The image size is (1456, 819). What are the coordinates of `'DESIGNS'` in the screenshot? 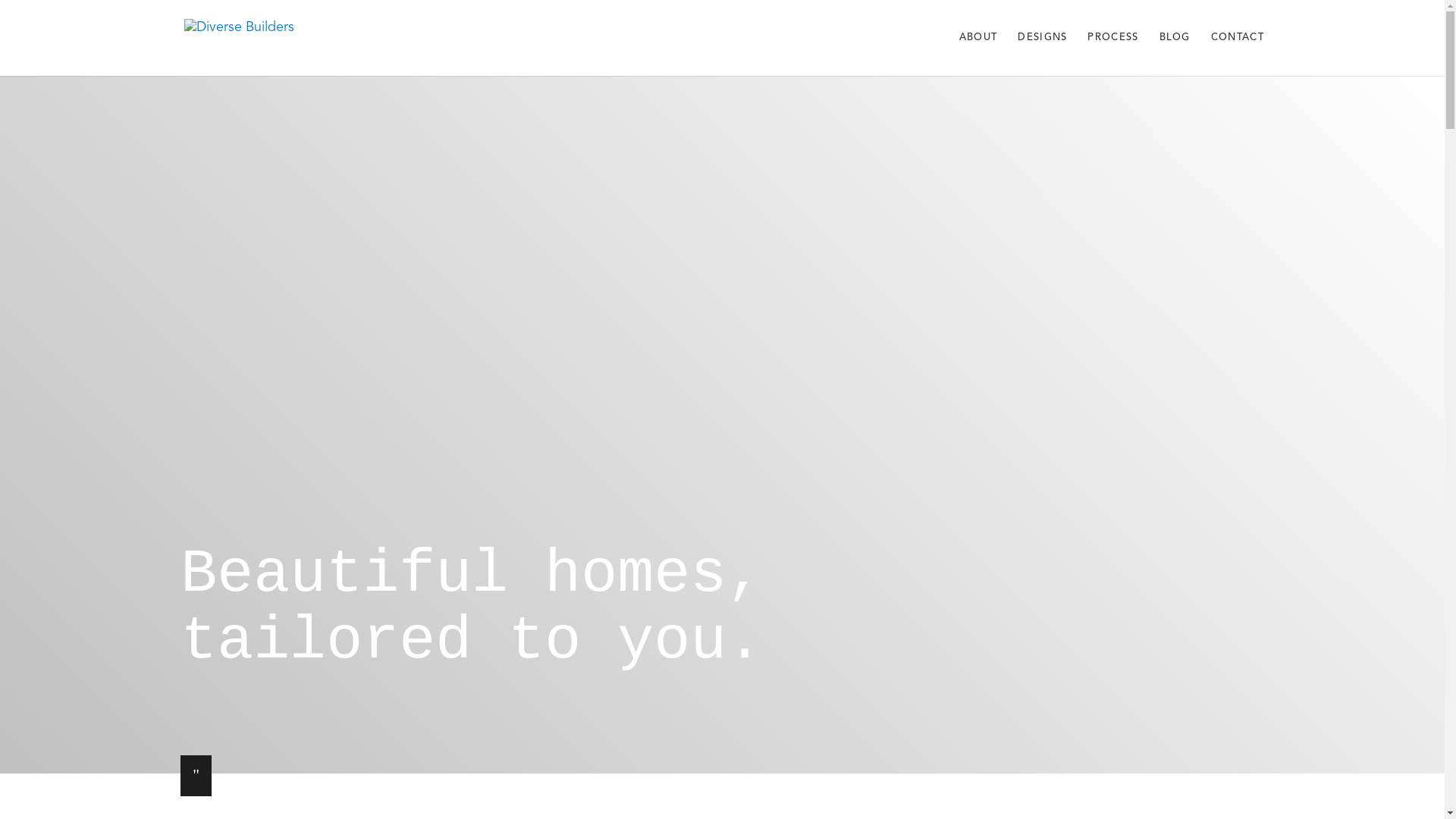 It's located at (1041, 53).